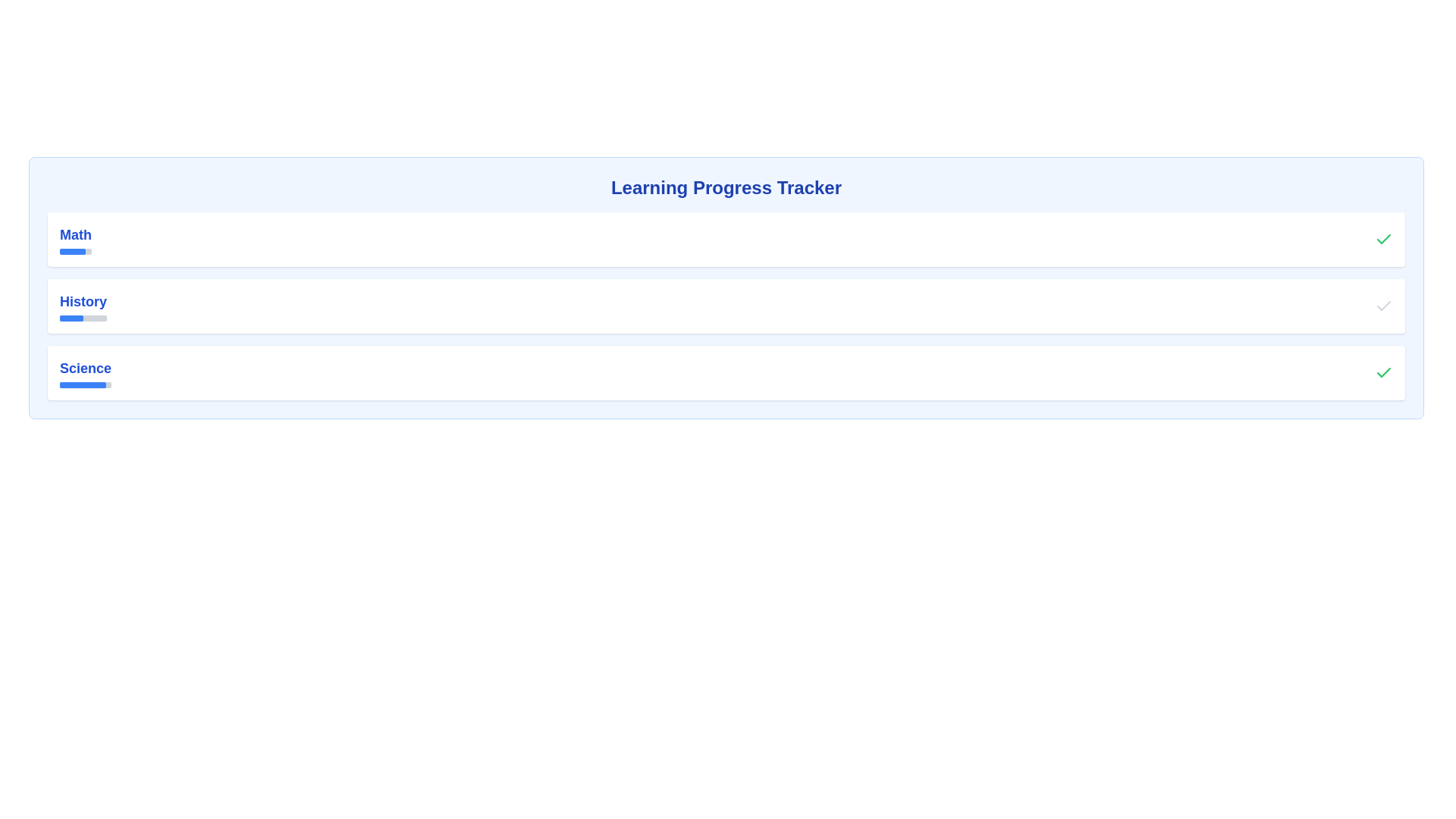  I want to click on the blue progress bar representing 80% fill in the progress tracker interface, positioned over the 'Math' label, so click(71, 250).